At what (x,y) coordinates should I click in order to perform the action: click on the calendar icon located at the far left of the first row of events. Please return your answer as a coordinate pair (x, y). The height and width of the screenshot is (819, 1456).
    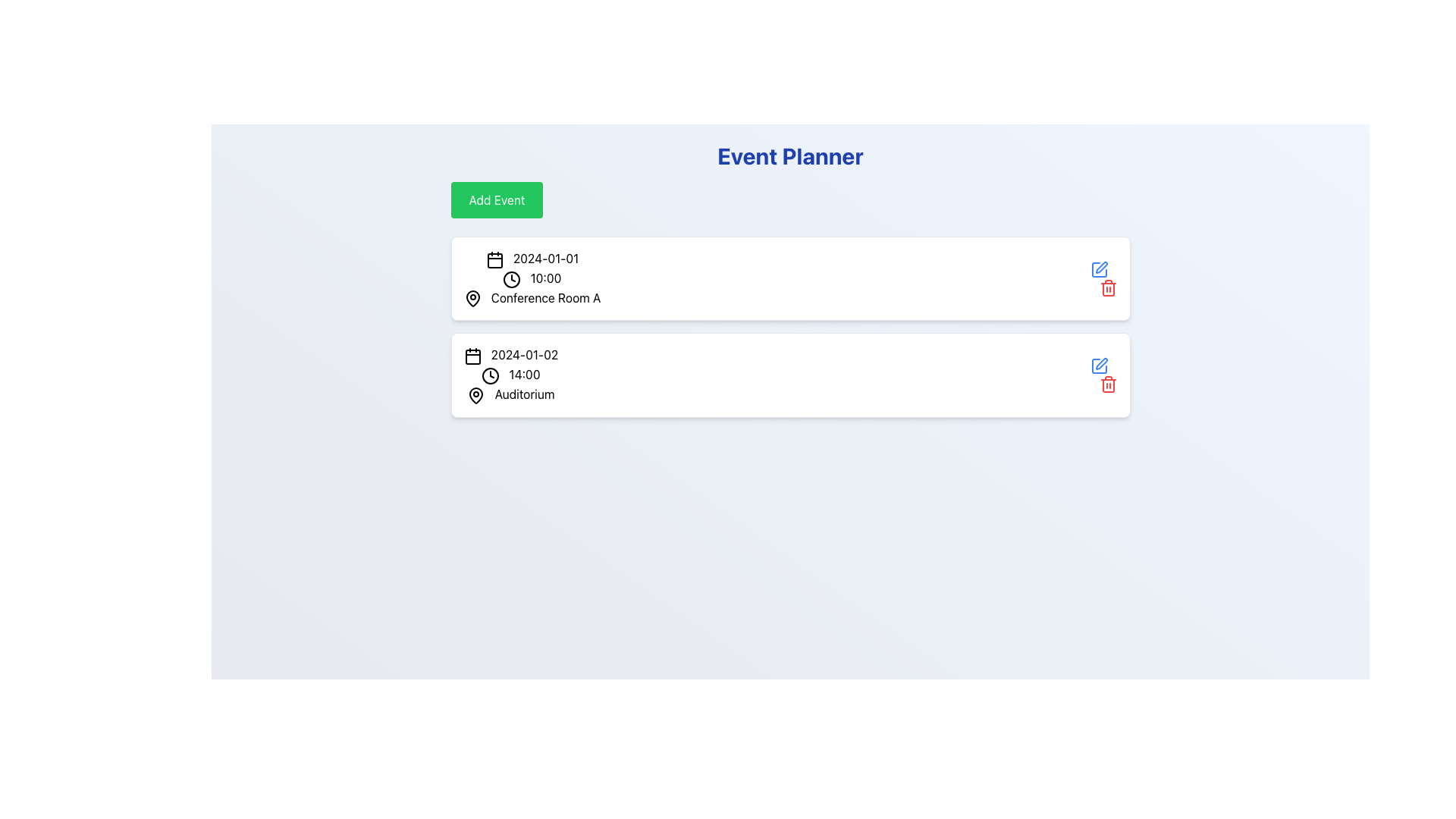
    Looking at the image, I should click on (494, 259).